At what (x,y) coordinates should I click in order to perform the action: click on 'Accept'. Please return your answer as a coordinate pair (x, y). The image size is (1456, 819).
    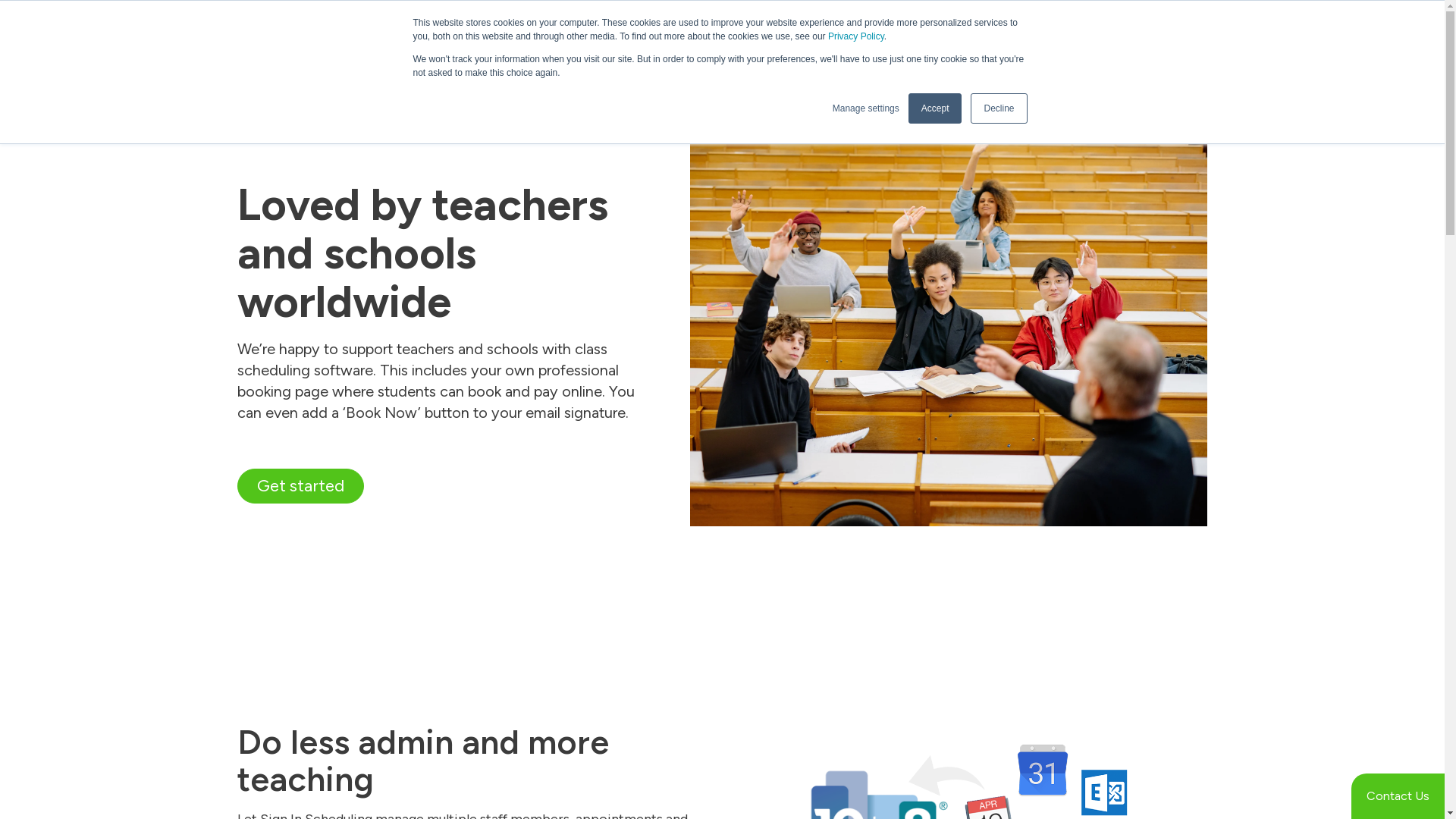
    Looking at the image, I should click on (908, 107).